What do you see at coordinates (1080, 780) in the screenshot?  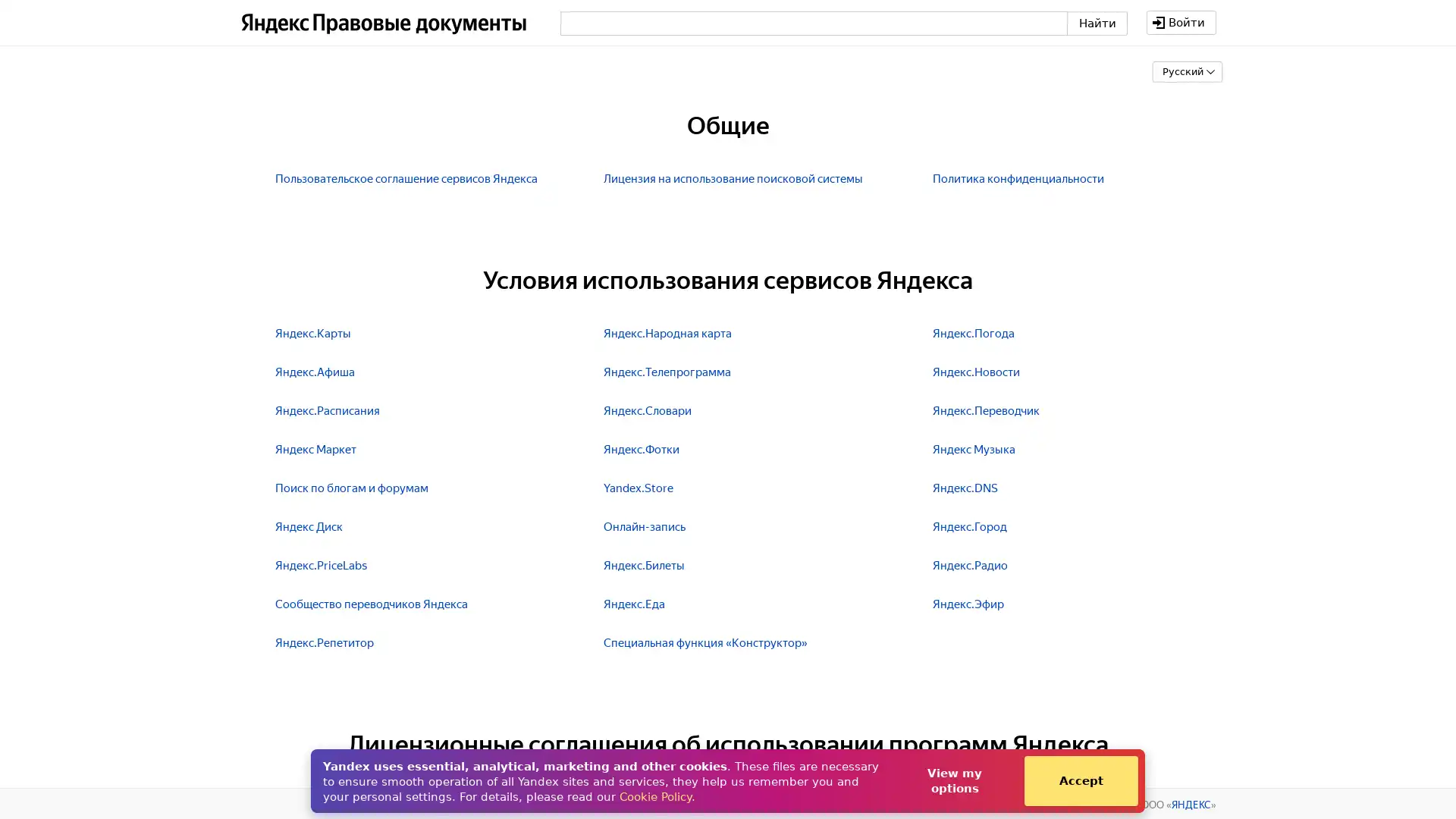 I see `Accept` at bounding box center [1080, 780].